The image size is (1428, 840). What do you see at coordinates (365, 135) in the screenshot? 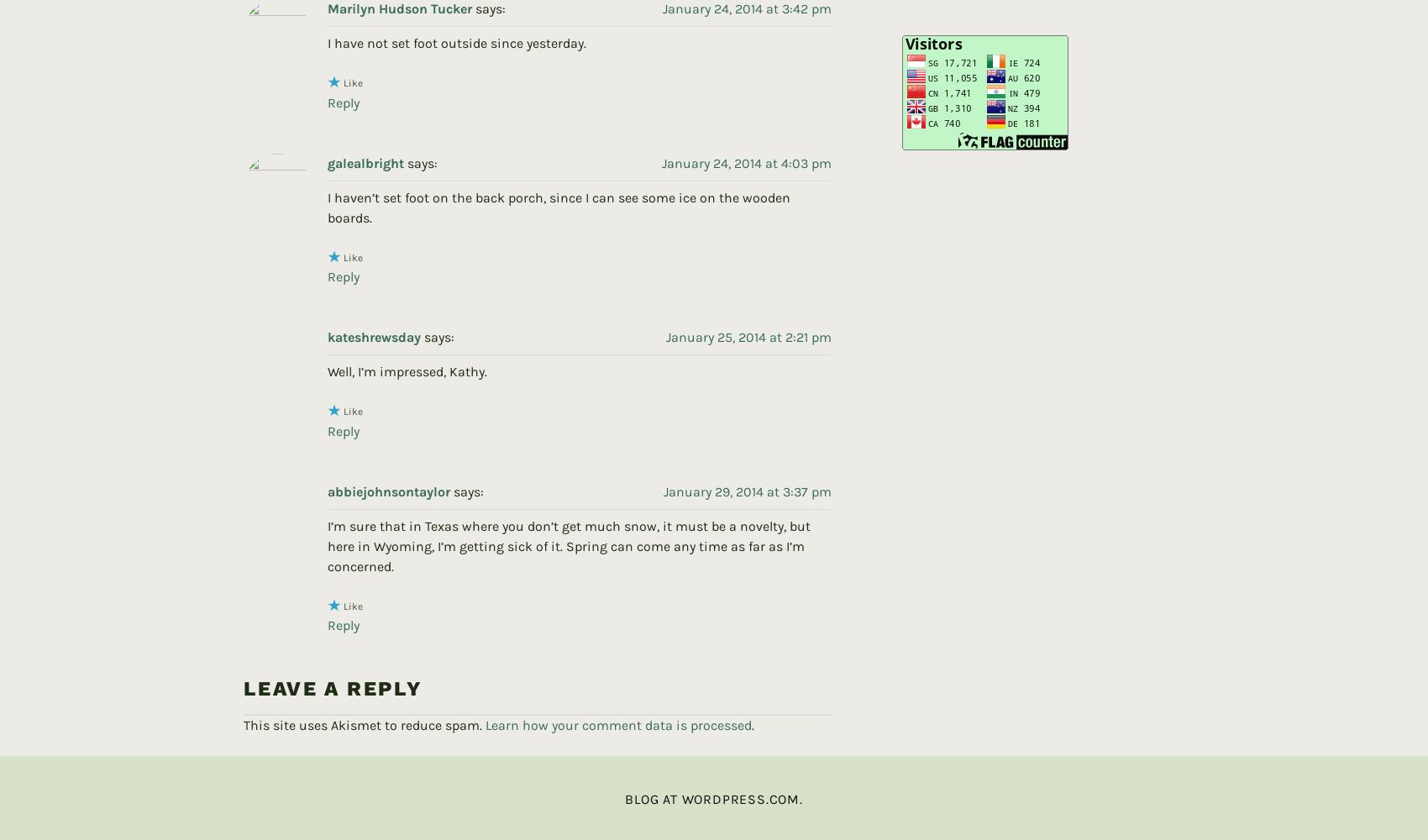
I see `'galealbright'` at bounding box center [365, 135].